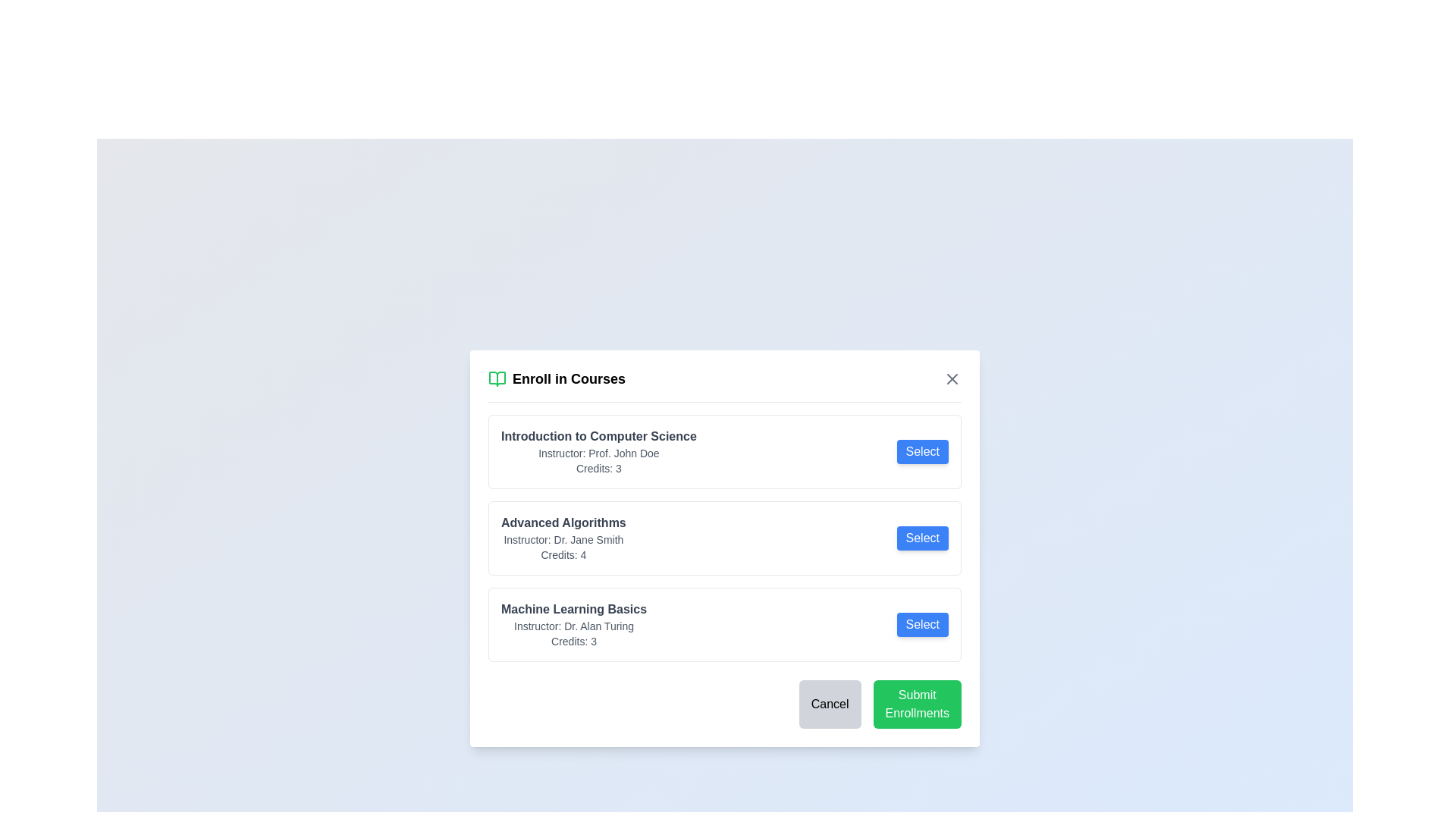 The image size is (1456, 819). I want to click on text information block displaying 'Machine Learning Basics', 'Dr. Alan Turing', and 'Credits: 3', located in the third white box of the course list, so click(573, 624).